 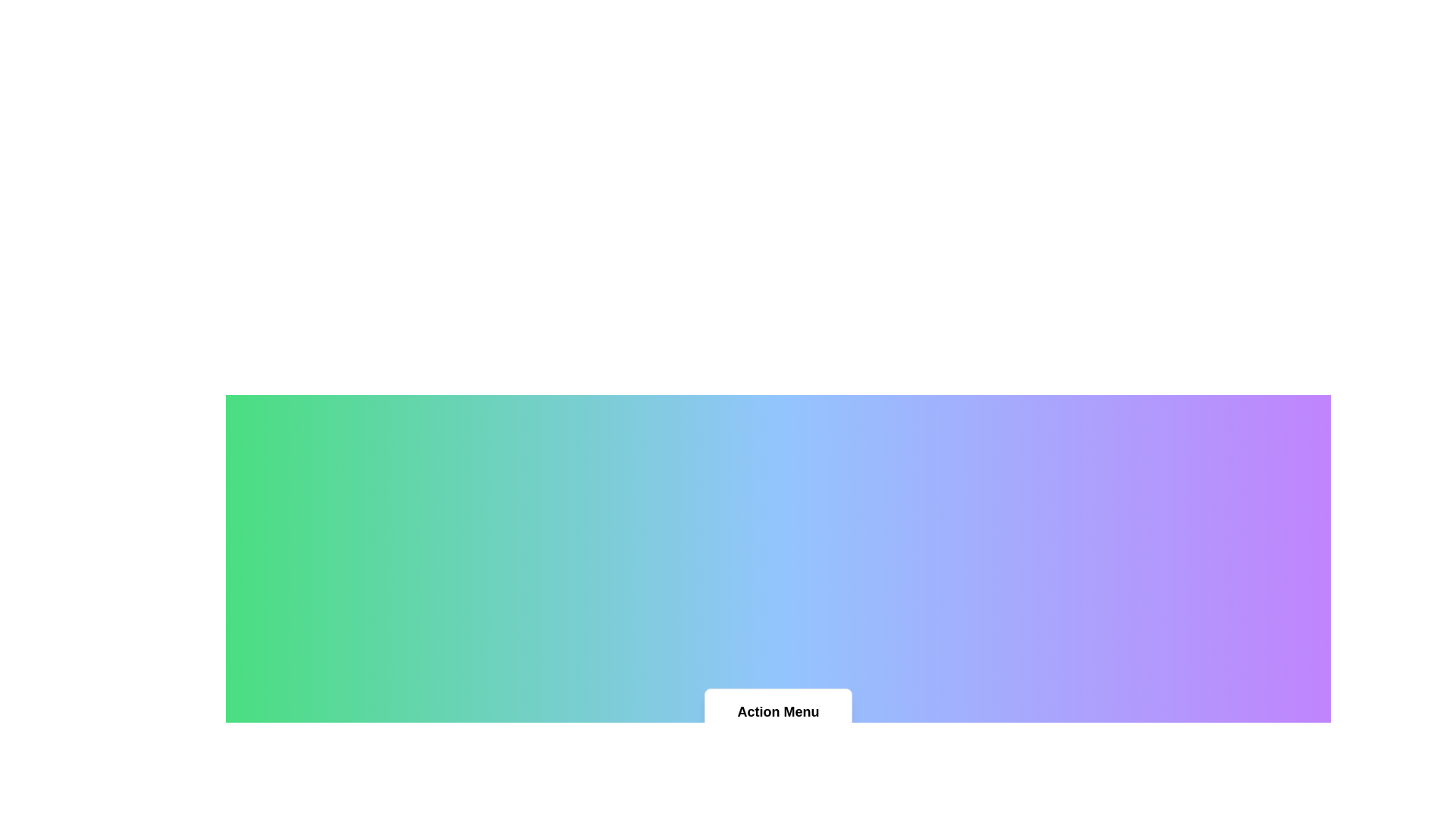 I want to click on the Home from the context menu, so click(x=778, y=745).